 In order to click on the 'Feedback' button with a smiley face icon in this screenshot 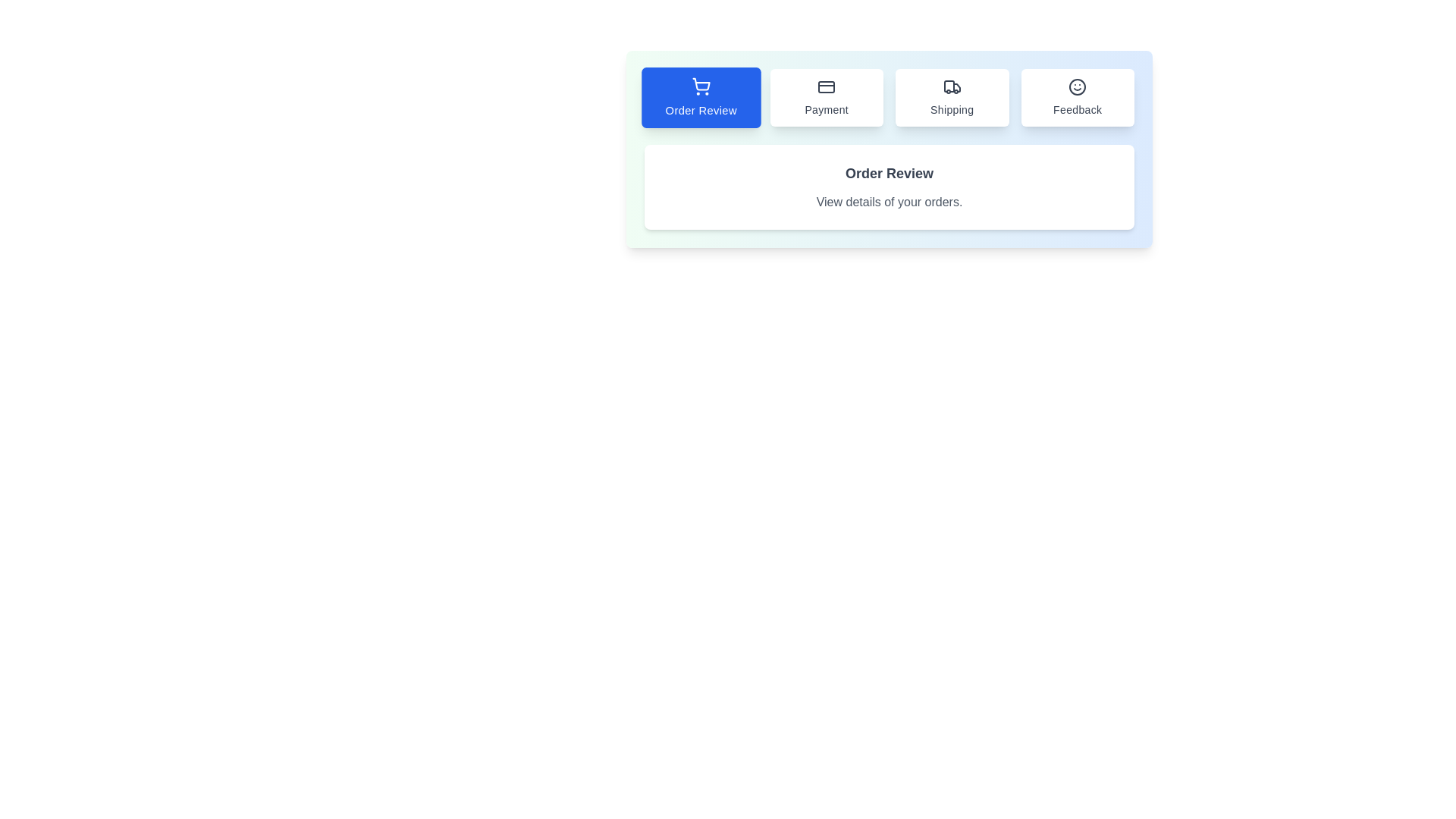, I will do `click(1077, 97)`.